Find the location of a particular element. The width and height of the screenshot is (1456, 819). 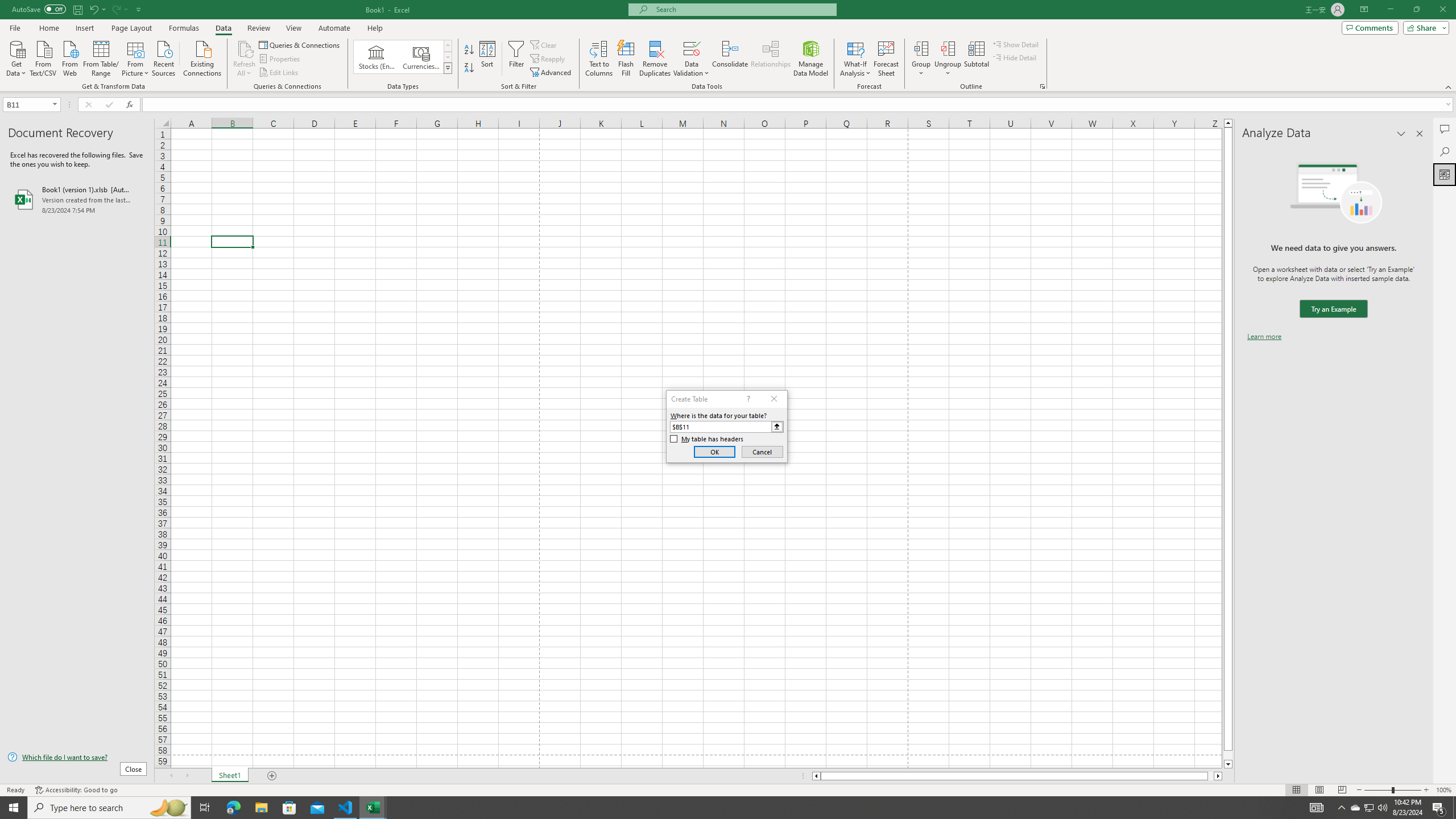

'Automate' is located at coordinates (334, 28).